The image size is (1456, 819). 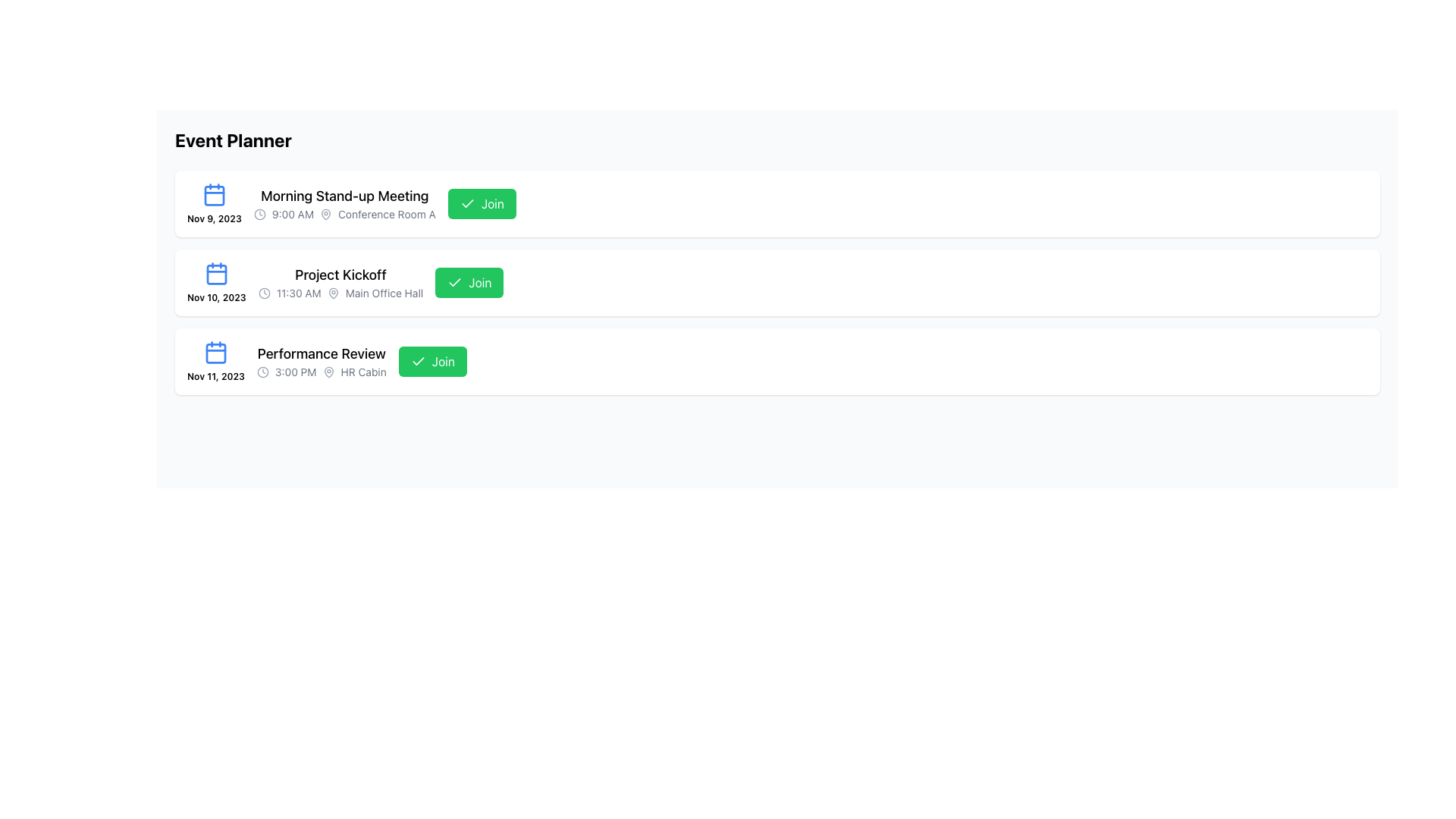 What do you see at coordinates (299, 293) in the screenshot?
I see `the textual label displaying '11:30 AM' which is positioned to the left of the location information in the 'Project Kickoff' event listing` at bounding box center [299, 293].